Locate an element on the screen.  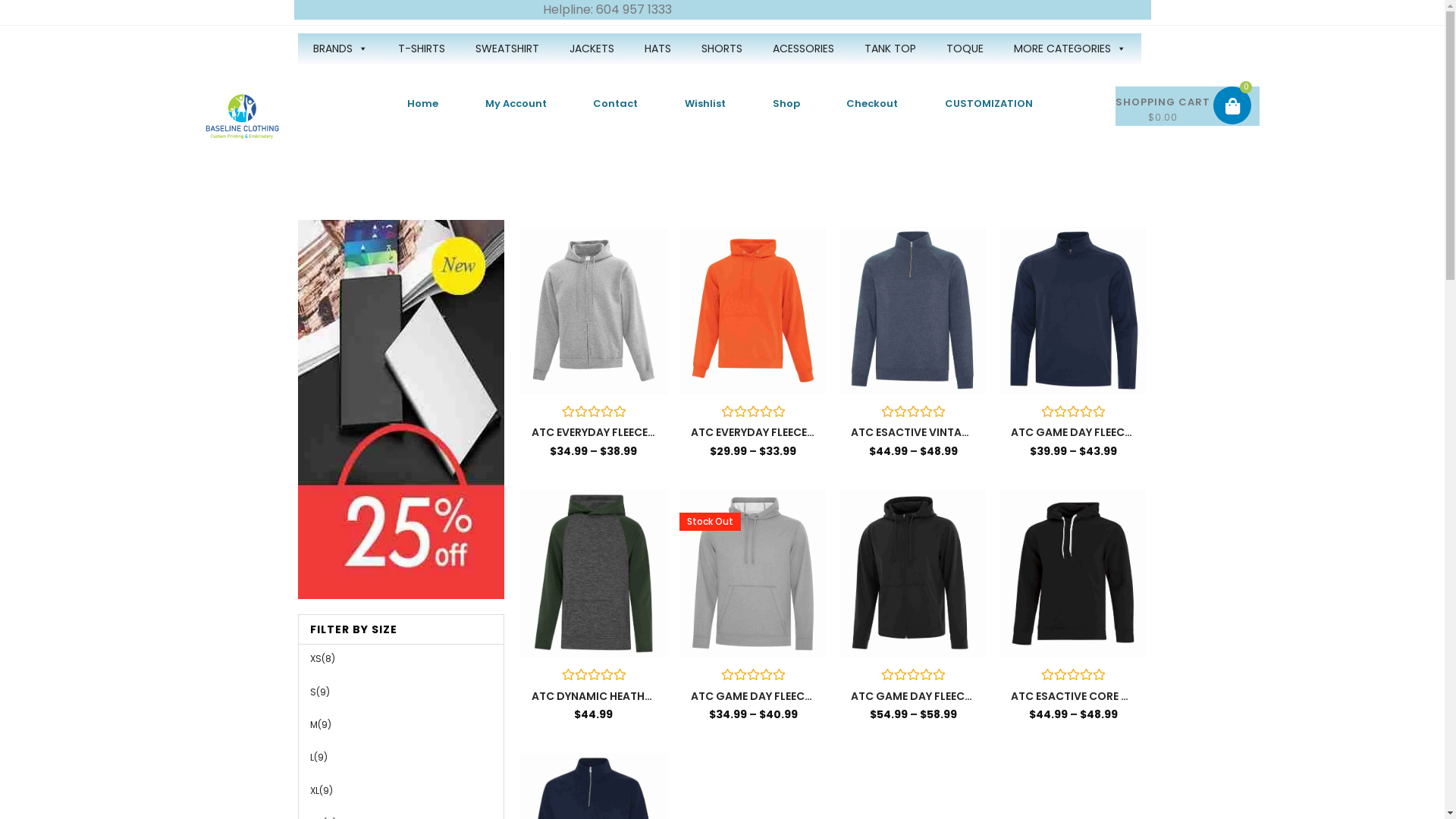
'ATC EVERYDAY FLEECE HOODED SWEATSHIRT. ATCF2500' is located at coordinates (753, 432).